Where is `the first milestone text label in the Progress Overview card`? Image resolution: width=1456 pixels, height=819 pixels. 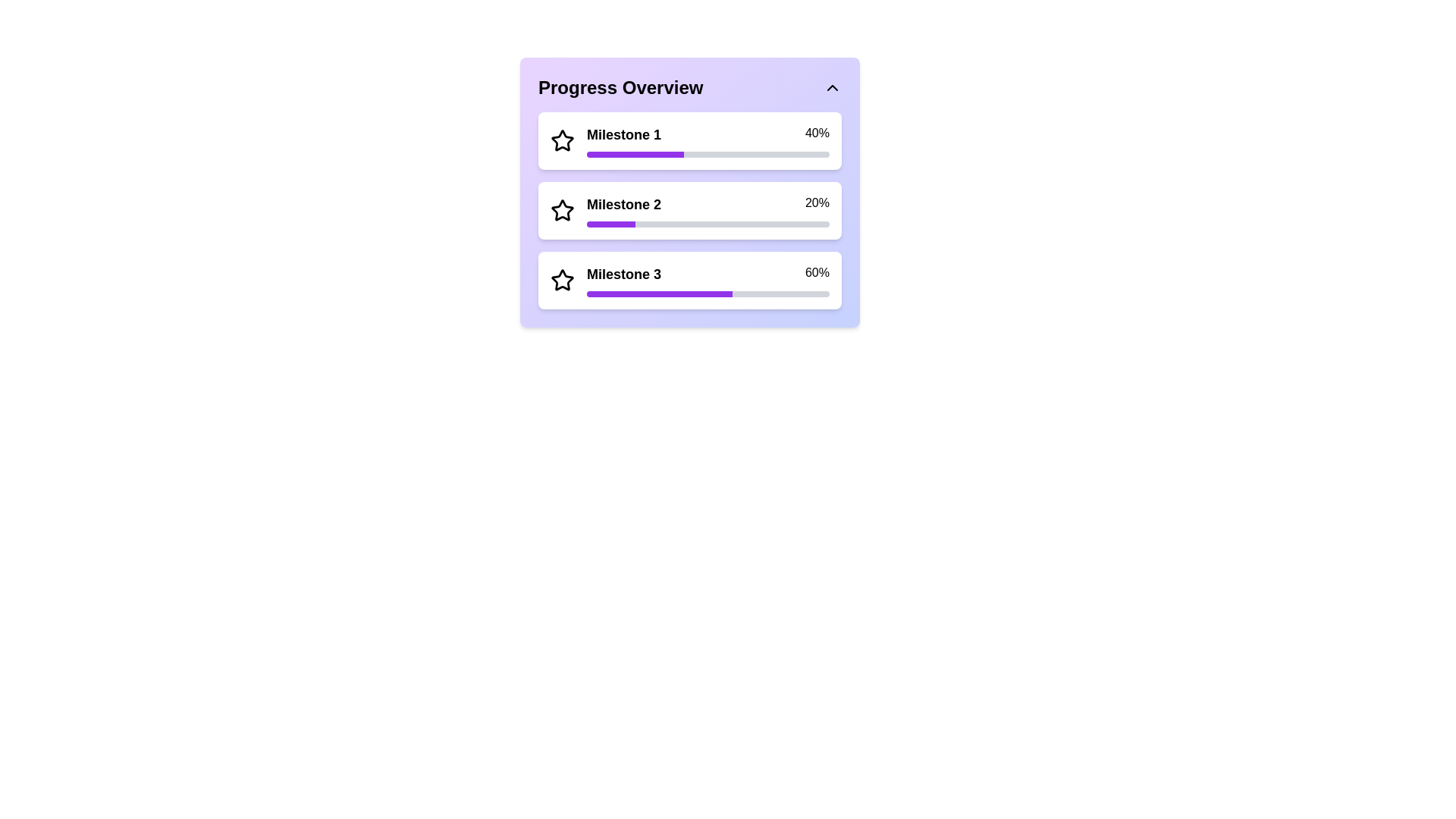 the first milestone text label in the Progress Overview card is located at coordinates (624, 133).